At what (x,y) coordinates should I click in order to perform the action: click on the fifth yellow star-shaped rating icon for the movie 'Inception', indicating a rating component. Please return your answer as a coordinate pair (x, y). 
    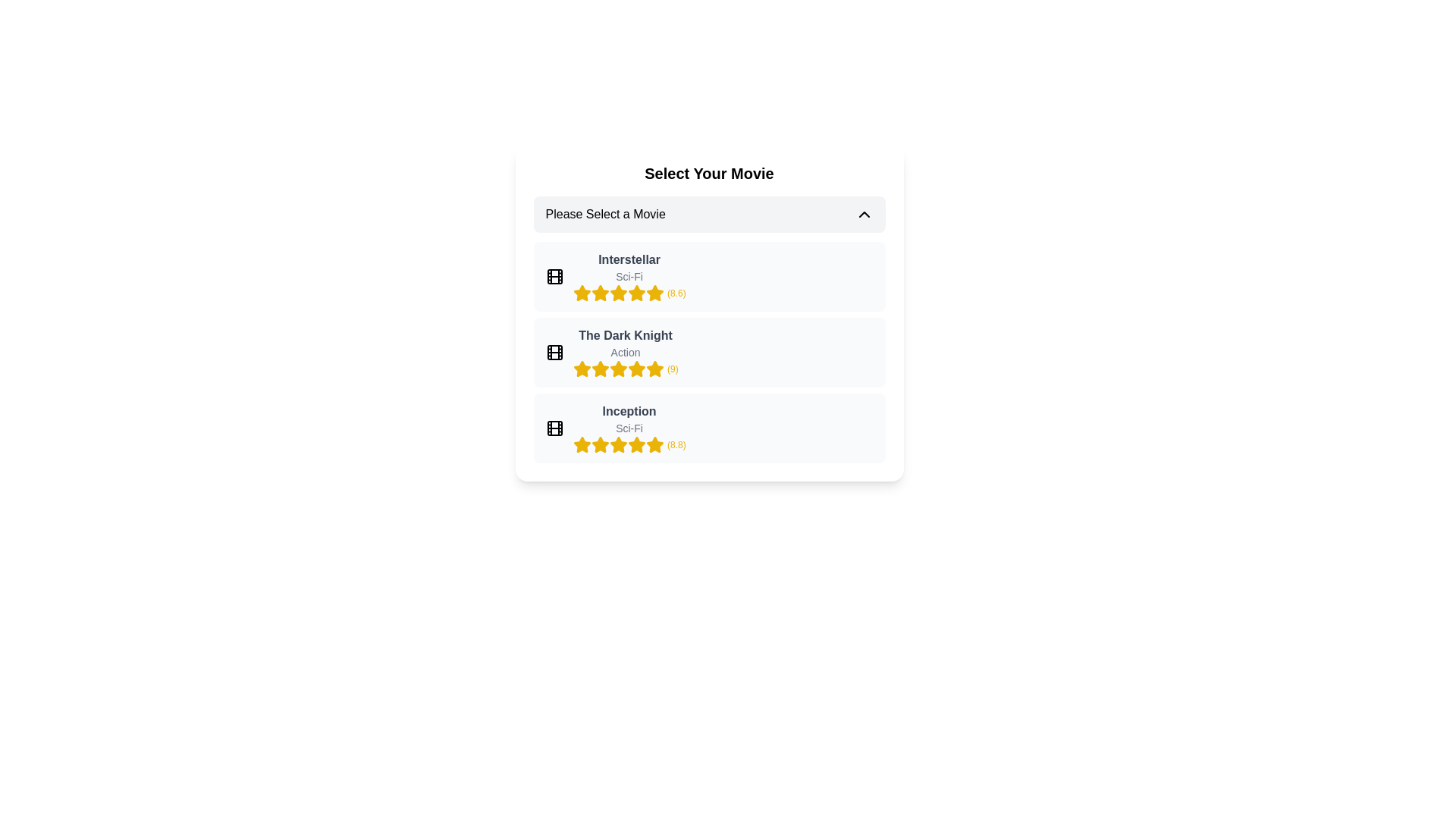
    Looking at the image, I should click on (636, 444).